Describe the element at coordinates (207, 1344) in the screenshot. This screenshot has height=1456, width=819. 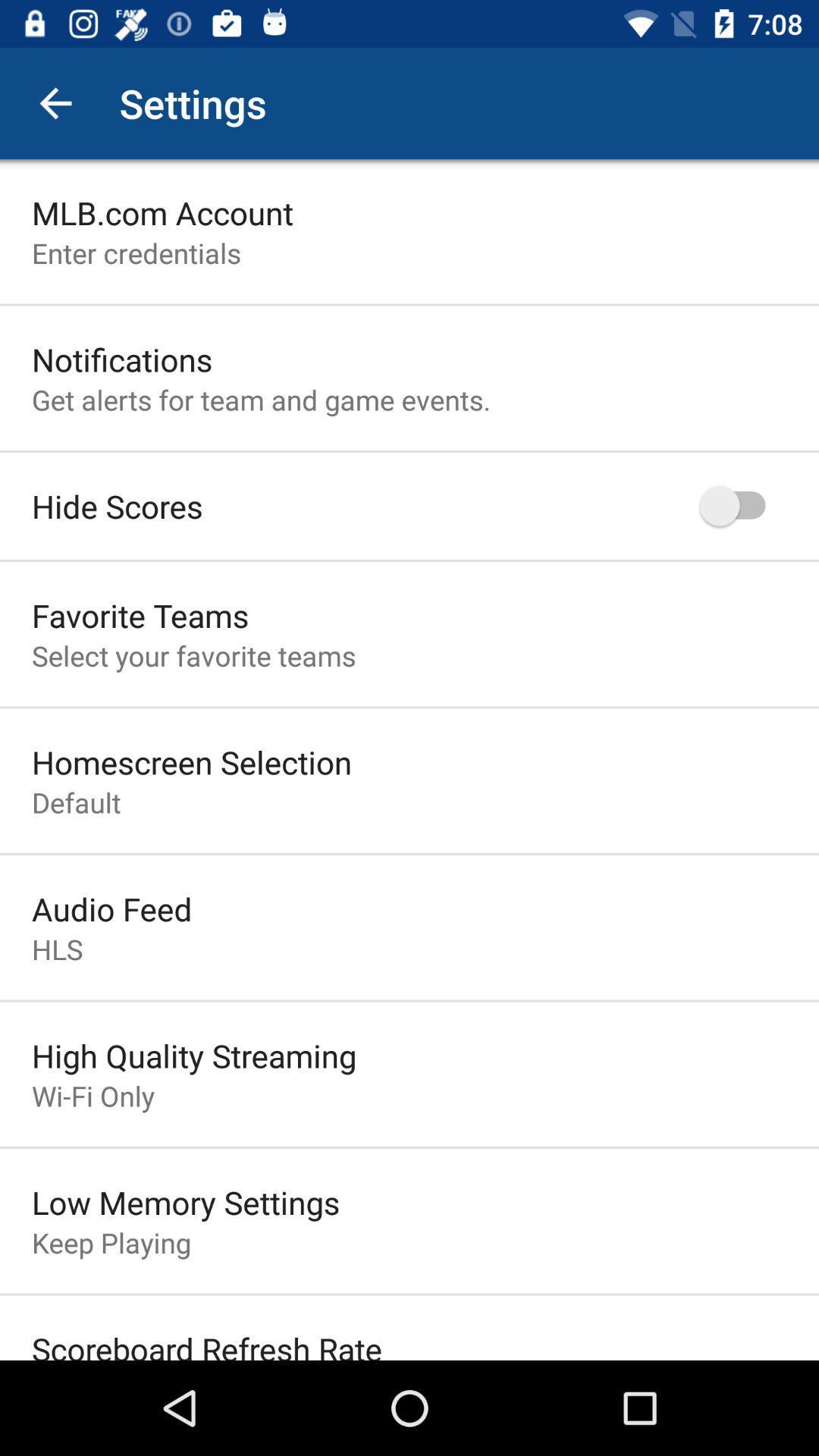
I see `the scoreboard refresh rate item` at that location.